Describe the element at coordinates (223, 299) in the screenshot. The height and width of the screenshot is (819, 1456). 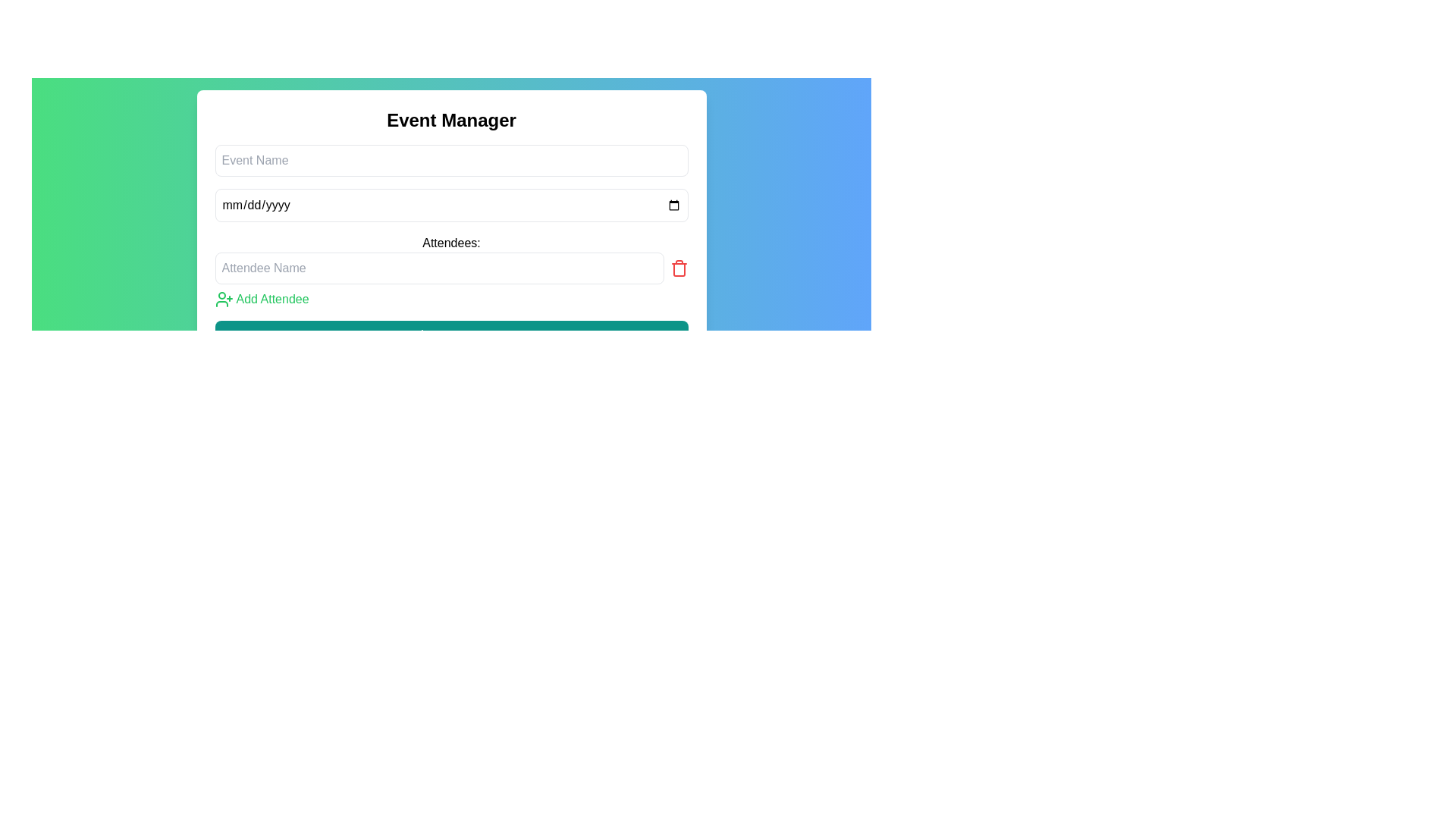
I see `the icon representing the function to add an attendee, located within the 'Add Attendee' component, positioned to the far left under the 'Attendee Name' input field` at that location.